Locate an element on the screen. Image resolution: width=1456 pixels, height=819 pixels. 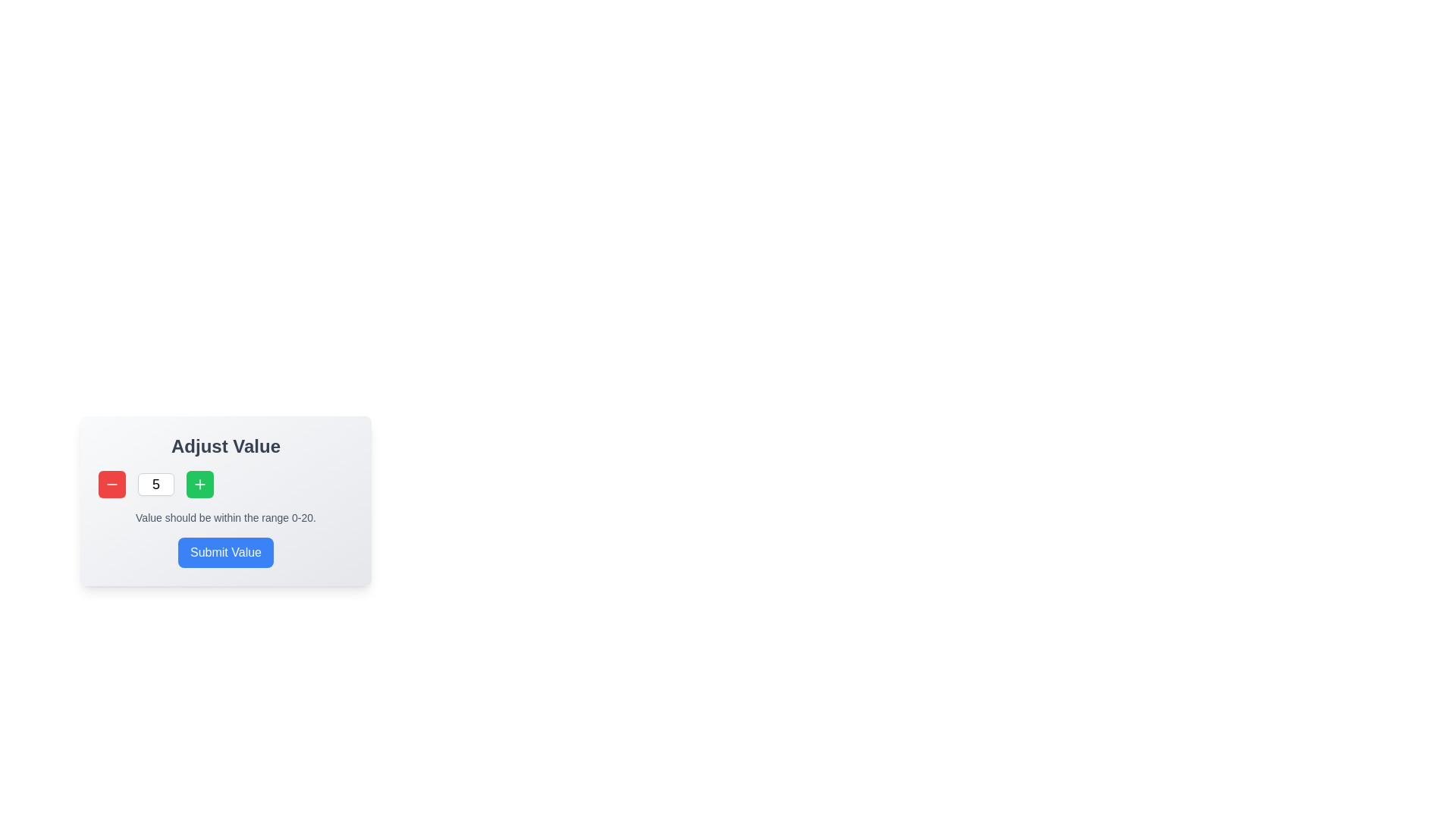
the text input box that is currently set to '5' to focus on it is located at coordinates (156, 485).